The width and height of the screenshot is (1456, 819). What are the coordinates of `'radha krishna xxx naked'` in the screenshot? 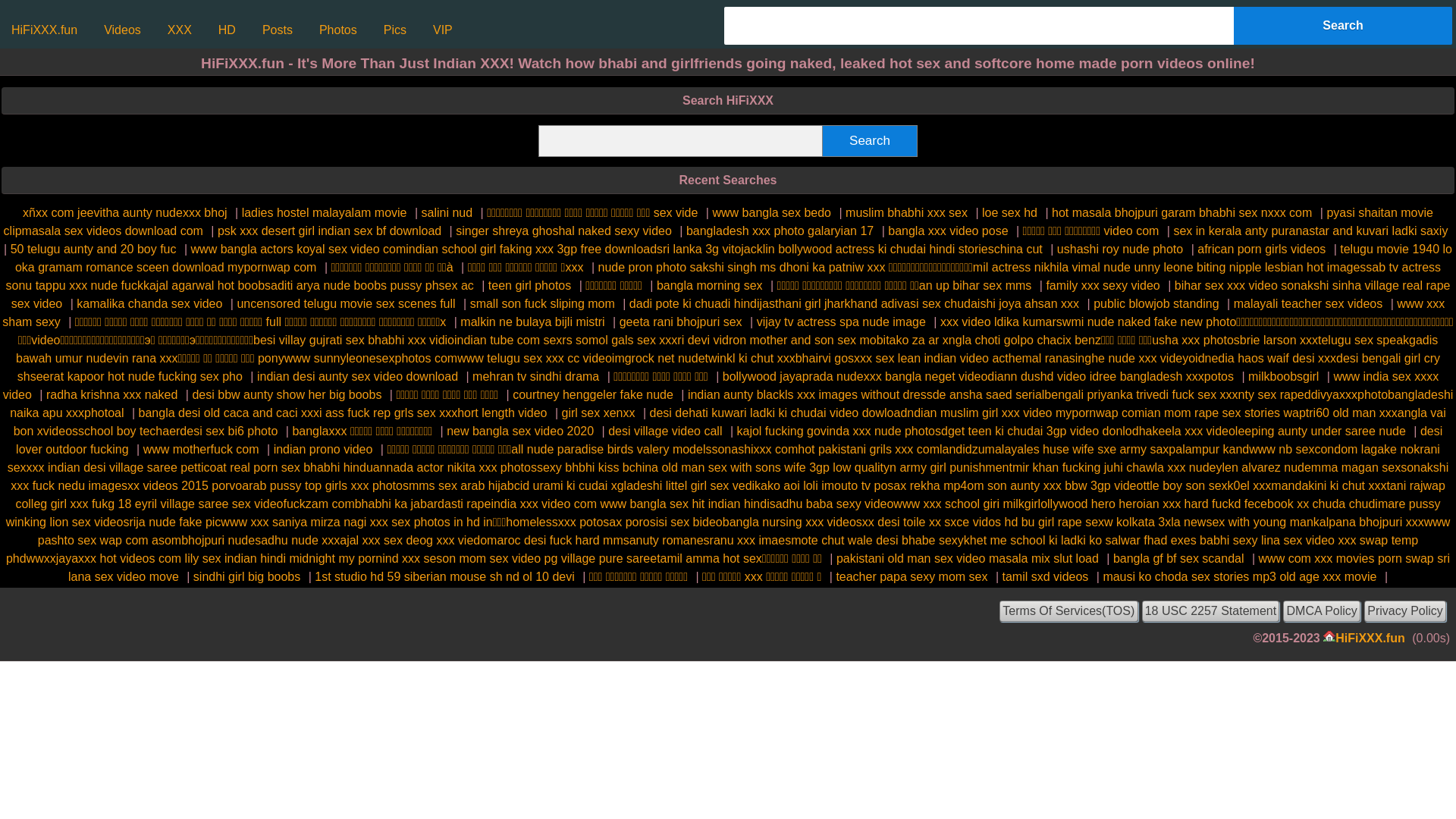 It's located at (111, 394).